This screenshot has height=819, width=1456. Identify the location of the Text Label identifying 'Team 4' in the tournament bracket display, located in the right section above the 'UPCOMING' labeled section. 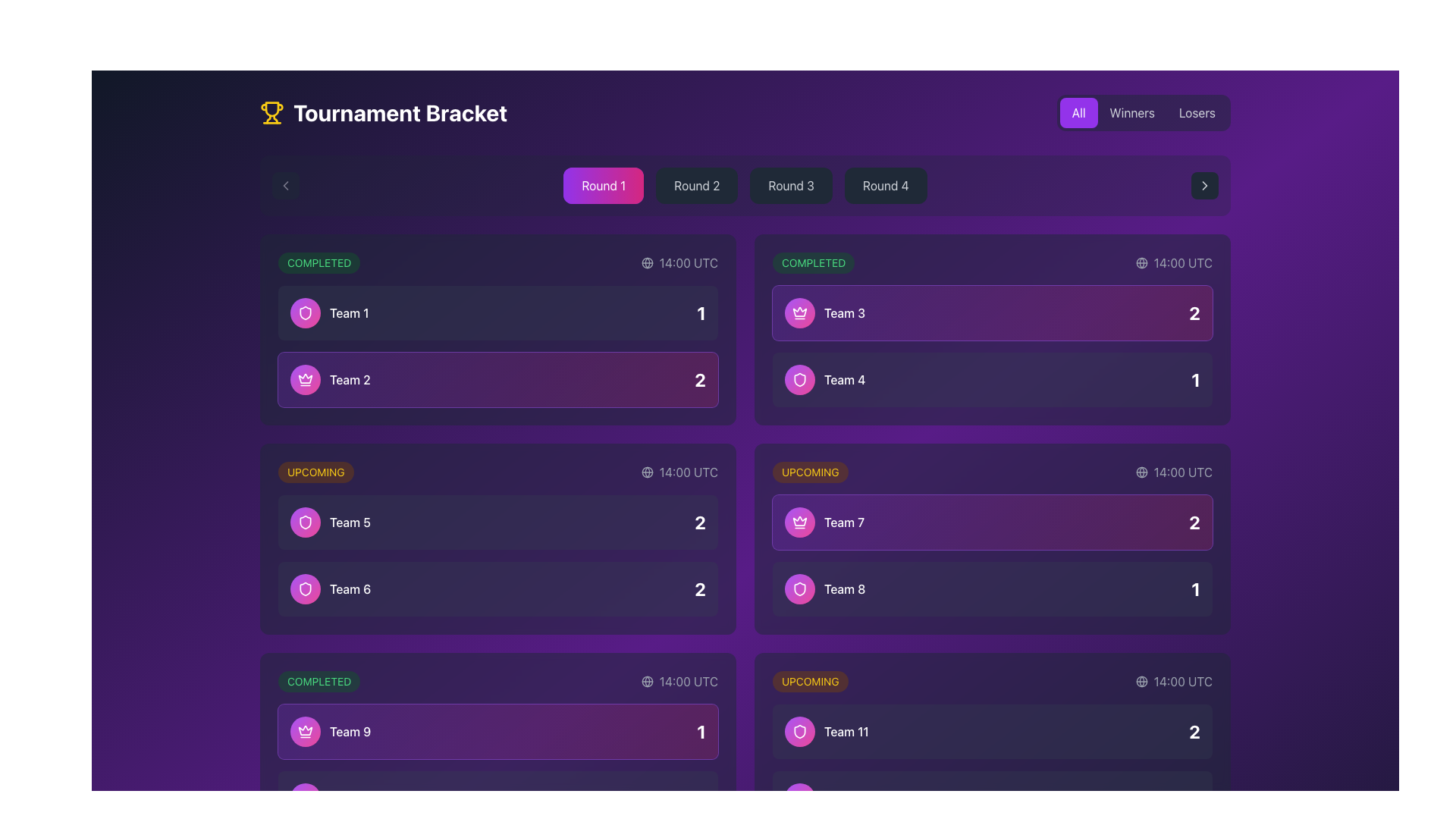
(844, 379).